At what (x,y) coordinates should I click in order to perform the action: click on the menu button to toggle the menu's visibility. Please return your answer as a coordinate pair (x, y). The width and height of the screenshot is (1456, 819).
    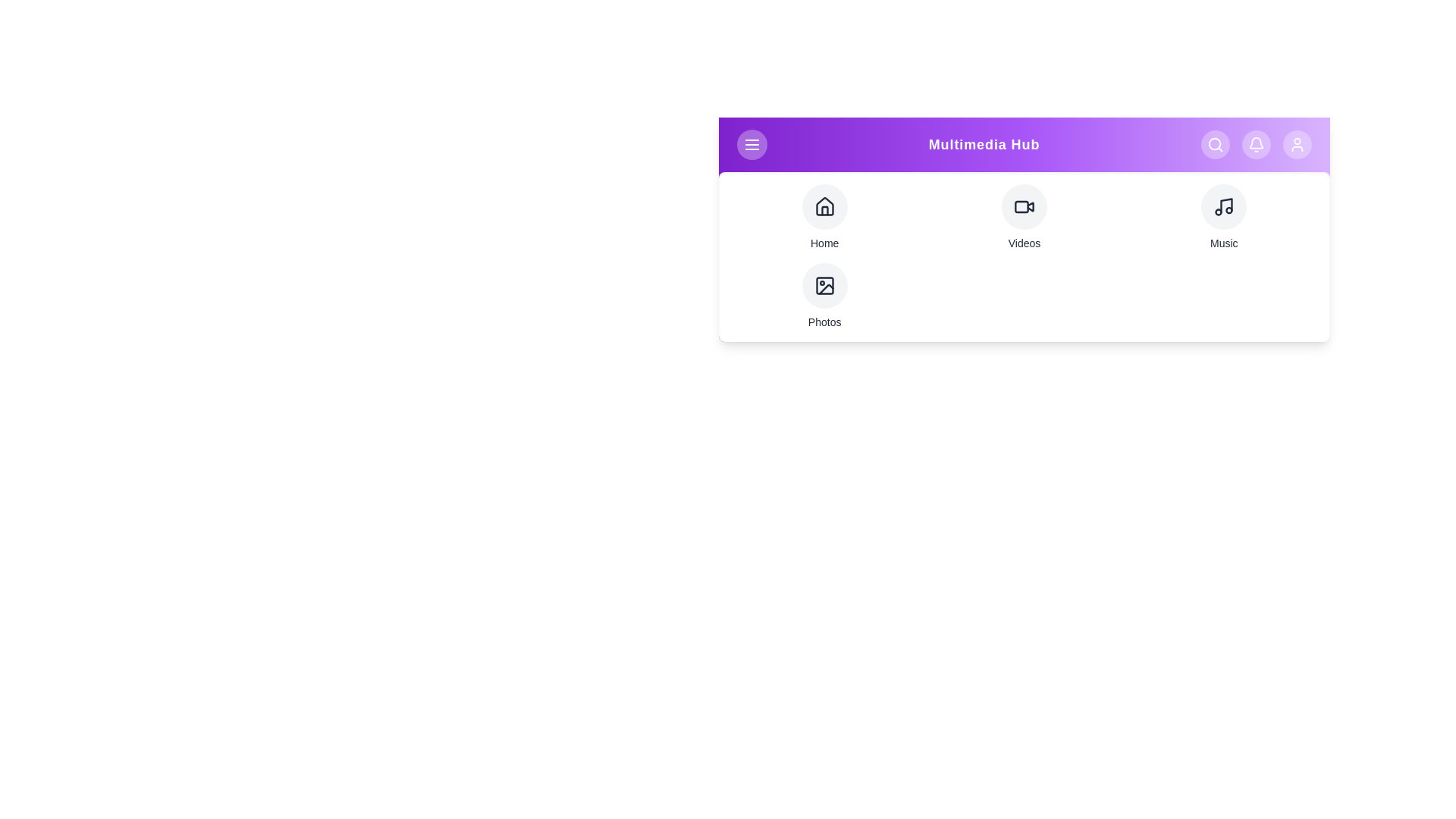
    Looking at the image, I should click on (752, 145).